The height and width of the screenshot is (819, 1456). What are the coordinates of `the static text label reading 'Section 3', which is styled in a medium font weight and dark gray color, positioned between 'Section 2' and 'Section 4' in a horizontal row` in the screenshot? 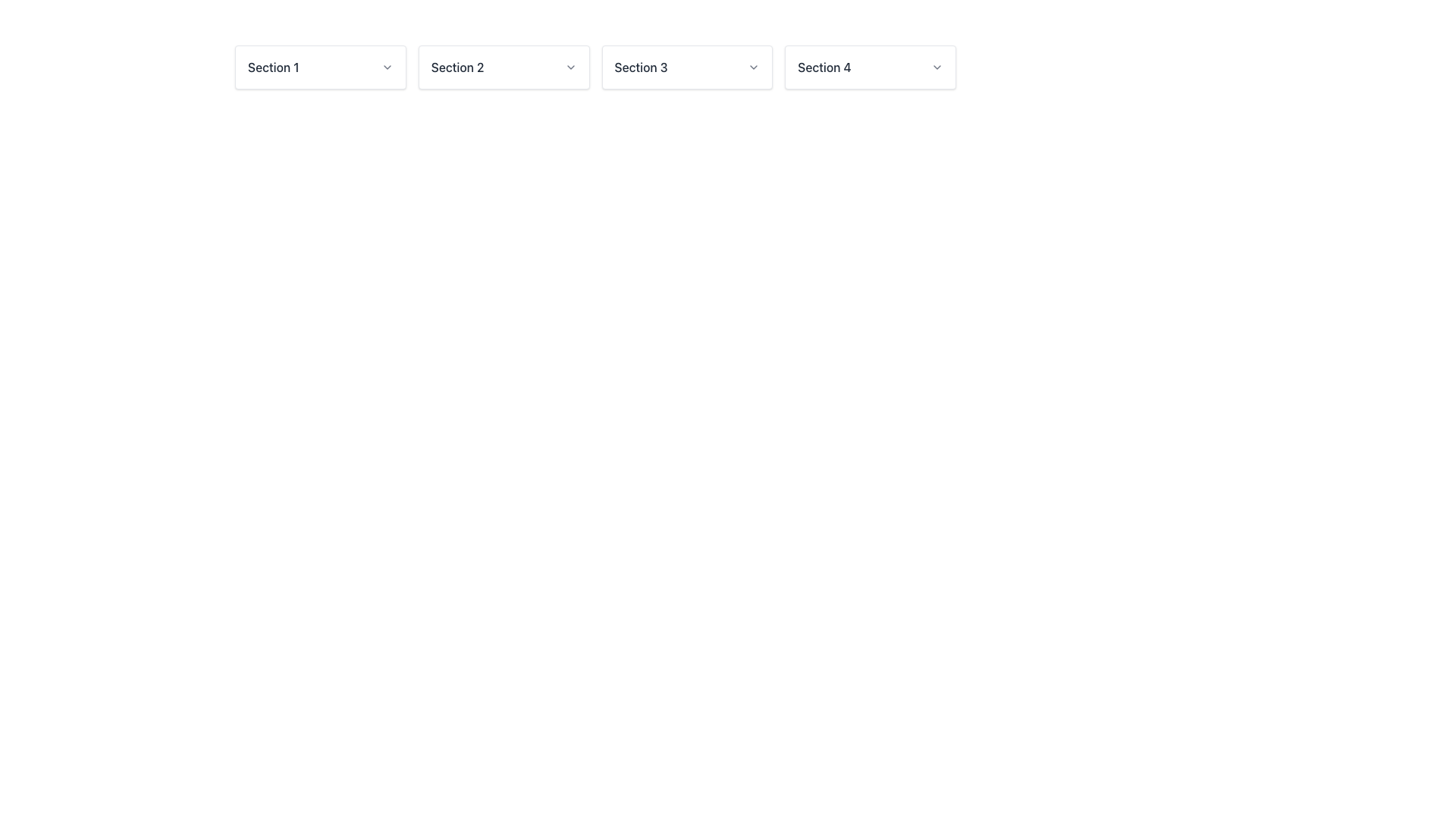 It's located at (641, 66).